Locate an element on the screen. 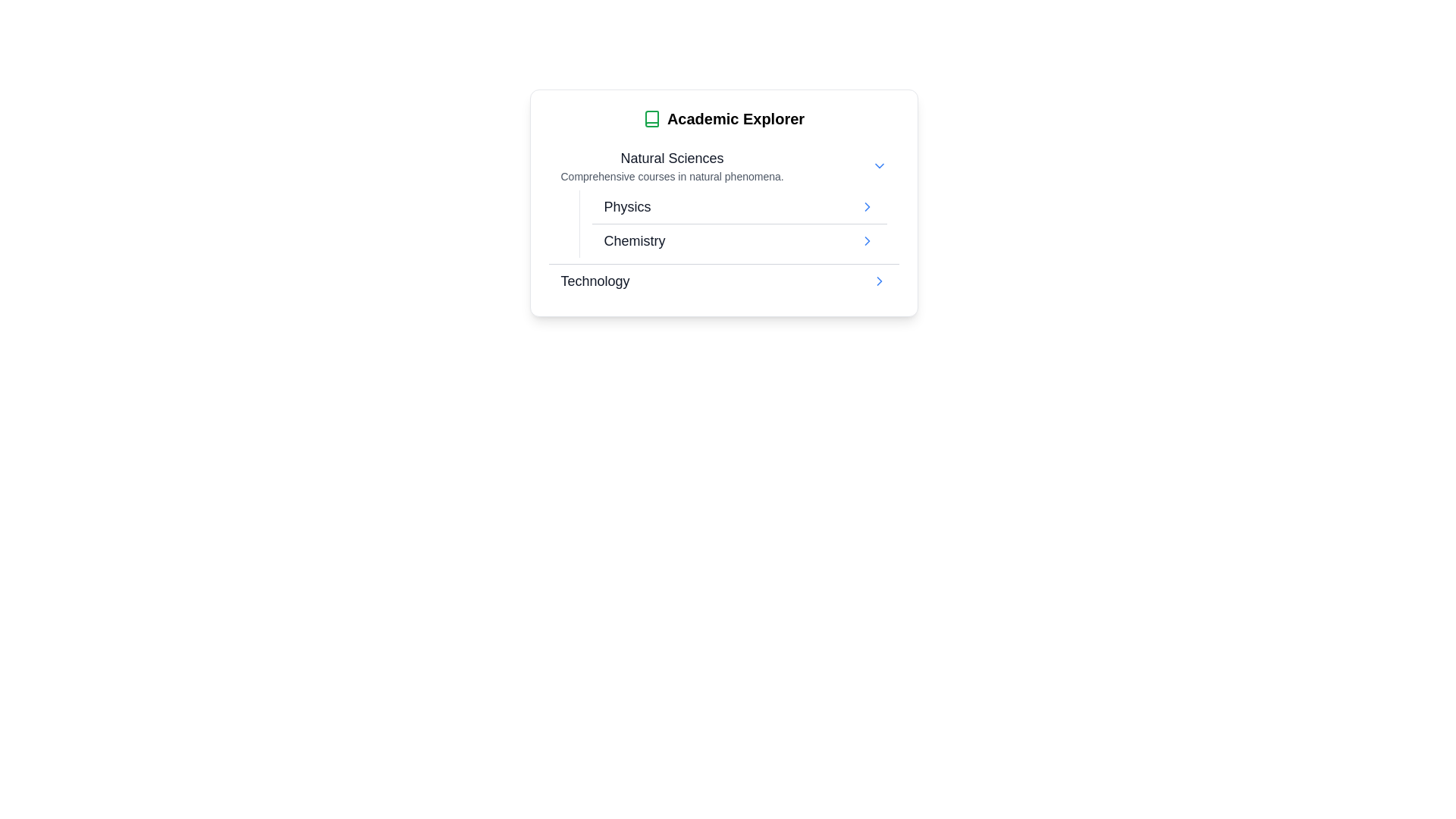  the 'Technology' menu item, which is the third item in the 'Natural Sciences' section is located at coordinates (723, 281).